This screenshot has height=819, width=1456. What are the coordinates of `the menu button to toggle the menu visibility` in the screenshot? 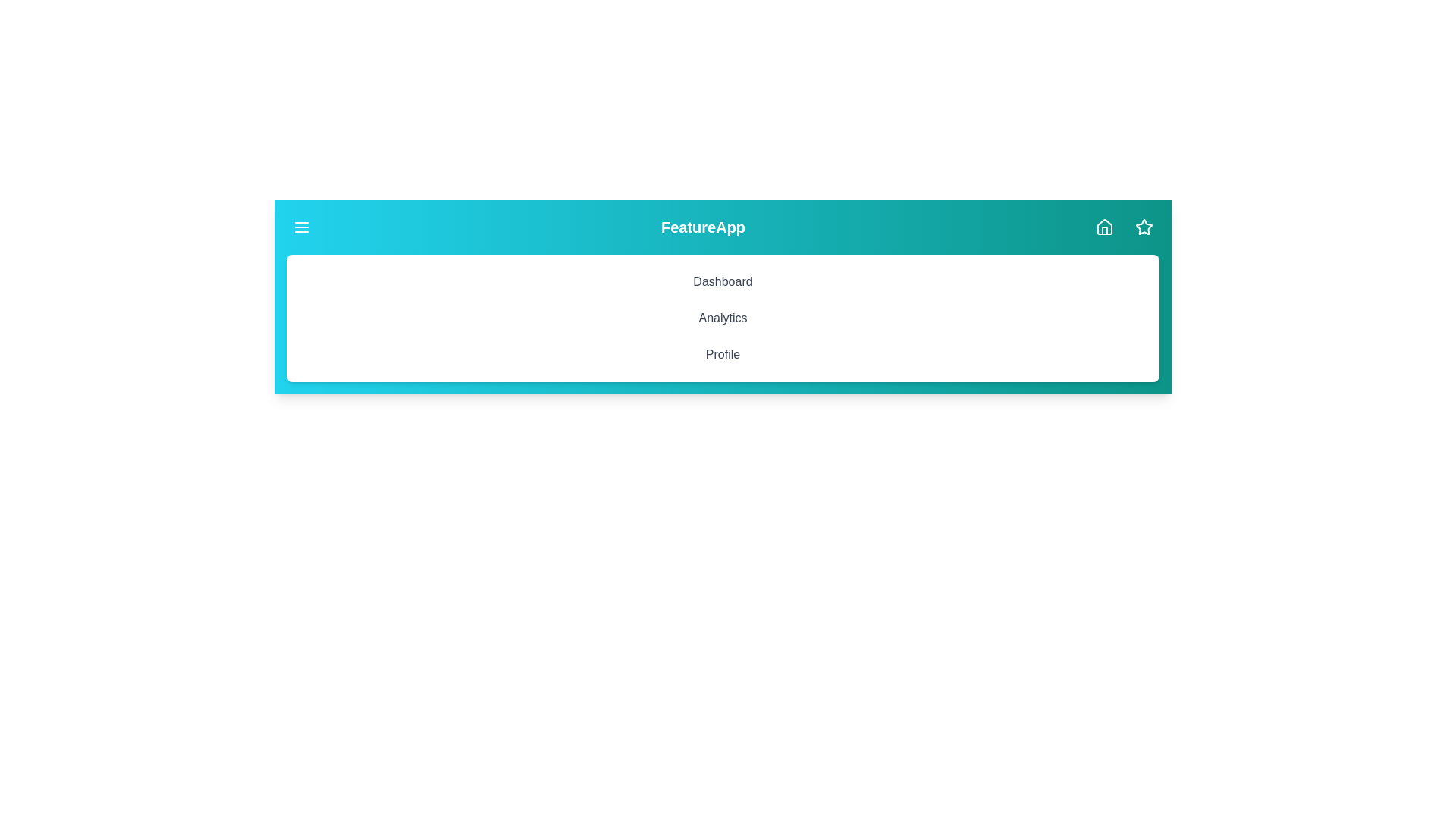 It's located at (302, 227).